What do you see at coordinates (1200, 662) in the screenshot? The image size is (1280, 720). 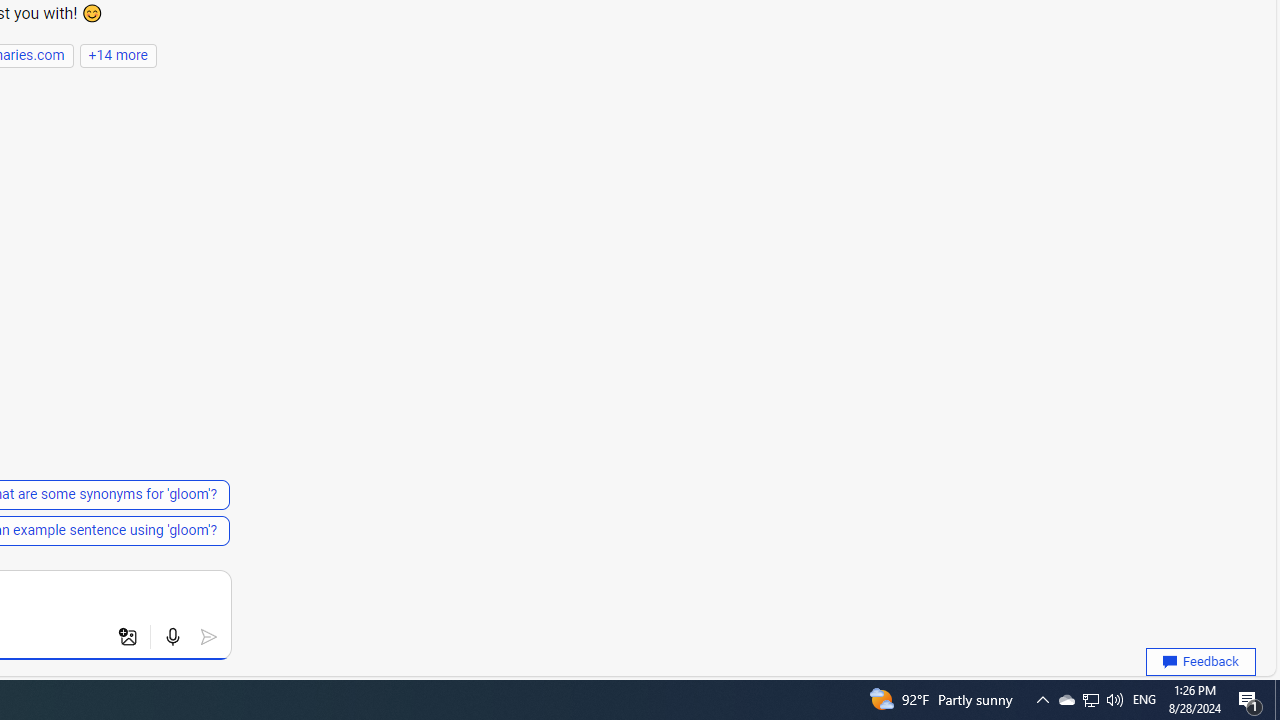 I see `'Feedback'` at bounding box center [1200, 662].